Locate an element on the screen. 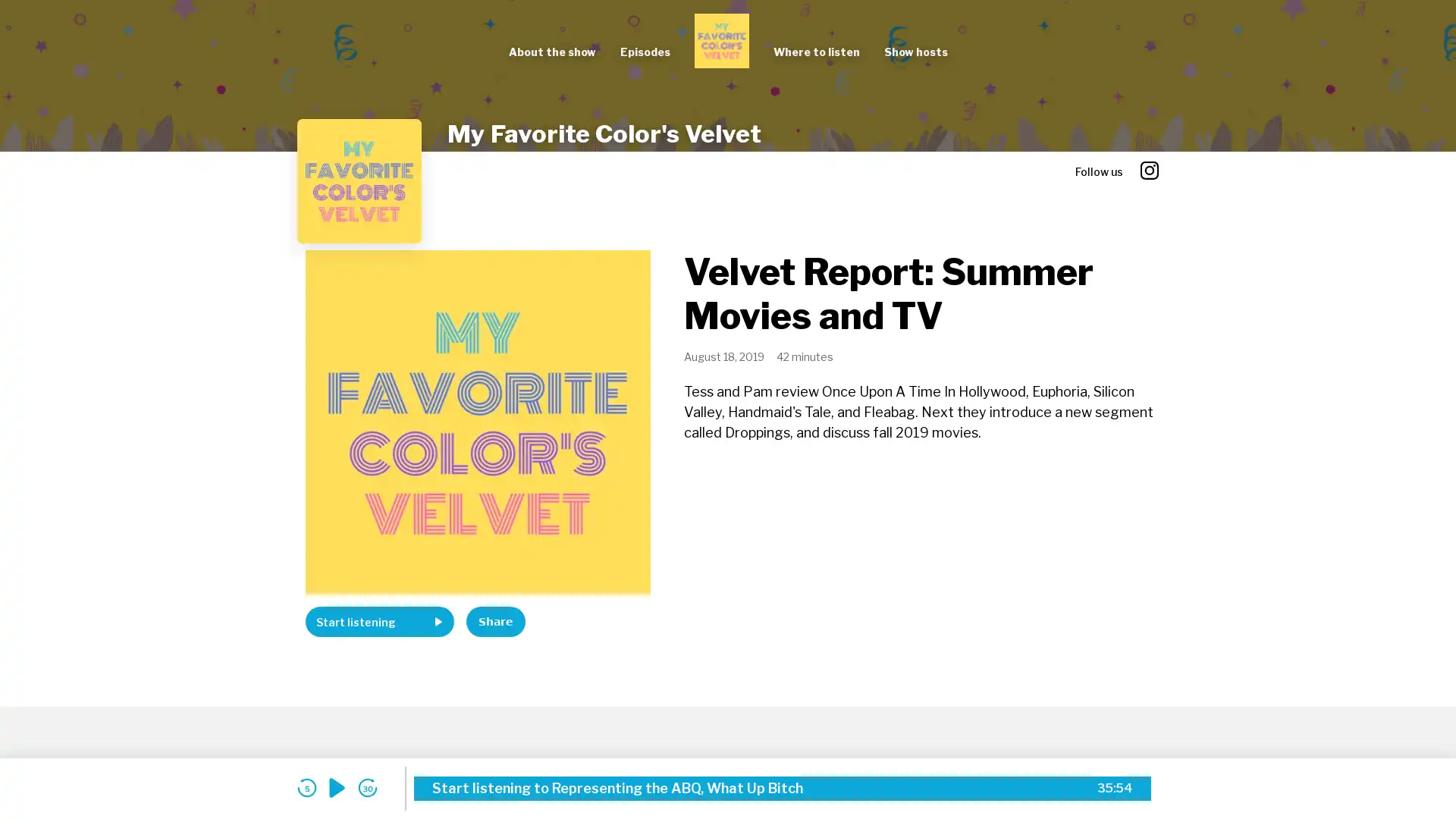  Share is located at coordinates (495, 622).